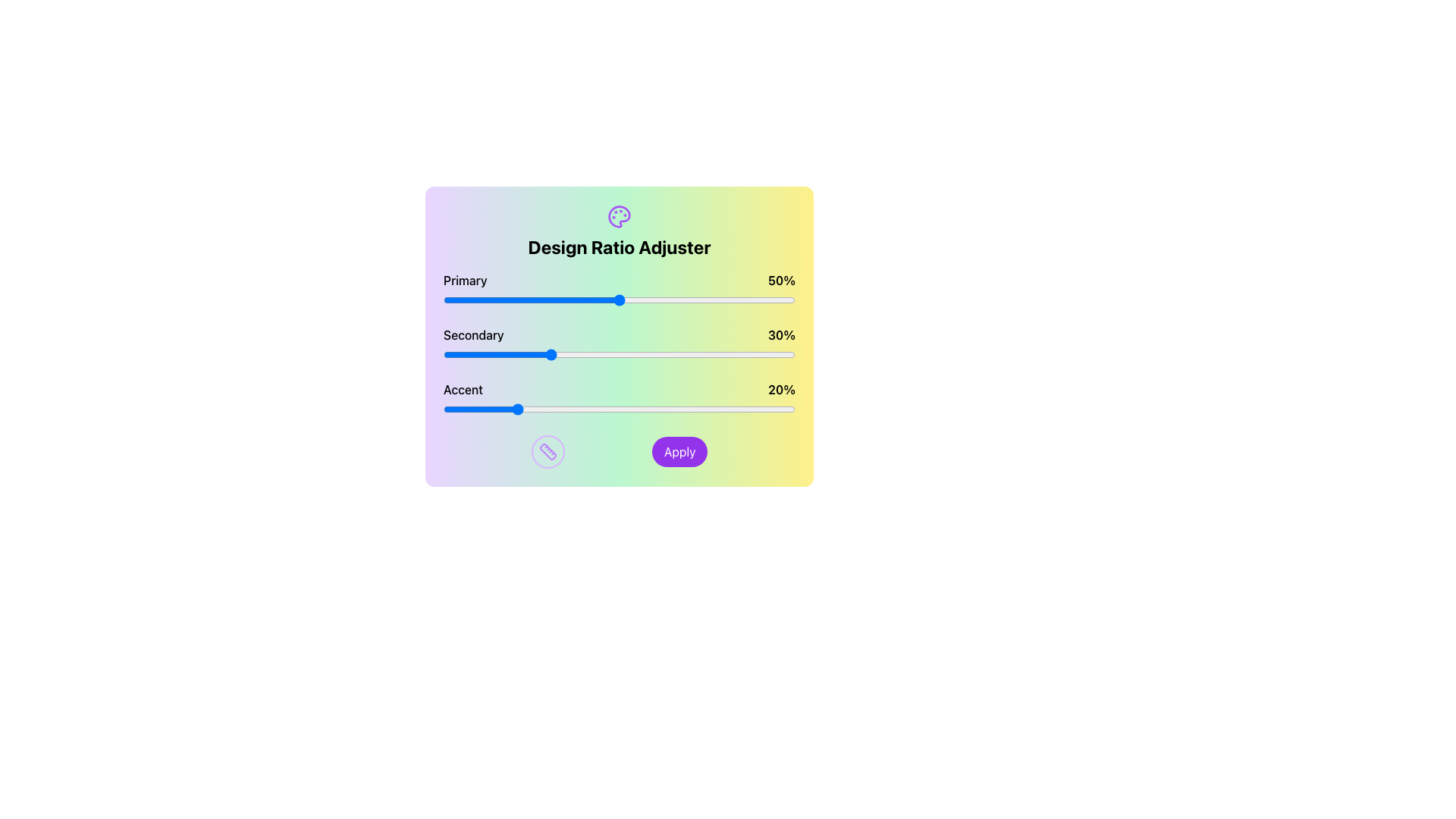 The image size is (1456, 819). What do you see at coordinates (661, 300) in the screenshot?
I see `the primary design ratio` at bounding box center [661, 300].